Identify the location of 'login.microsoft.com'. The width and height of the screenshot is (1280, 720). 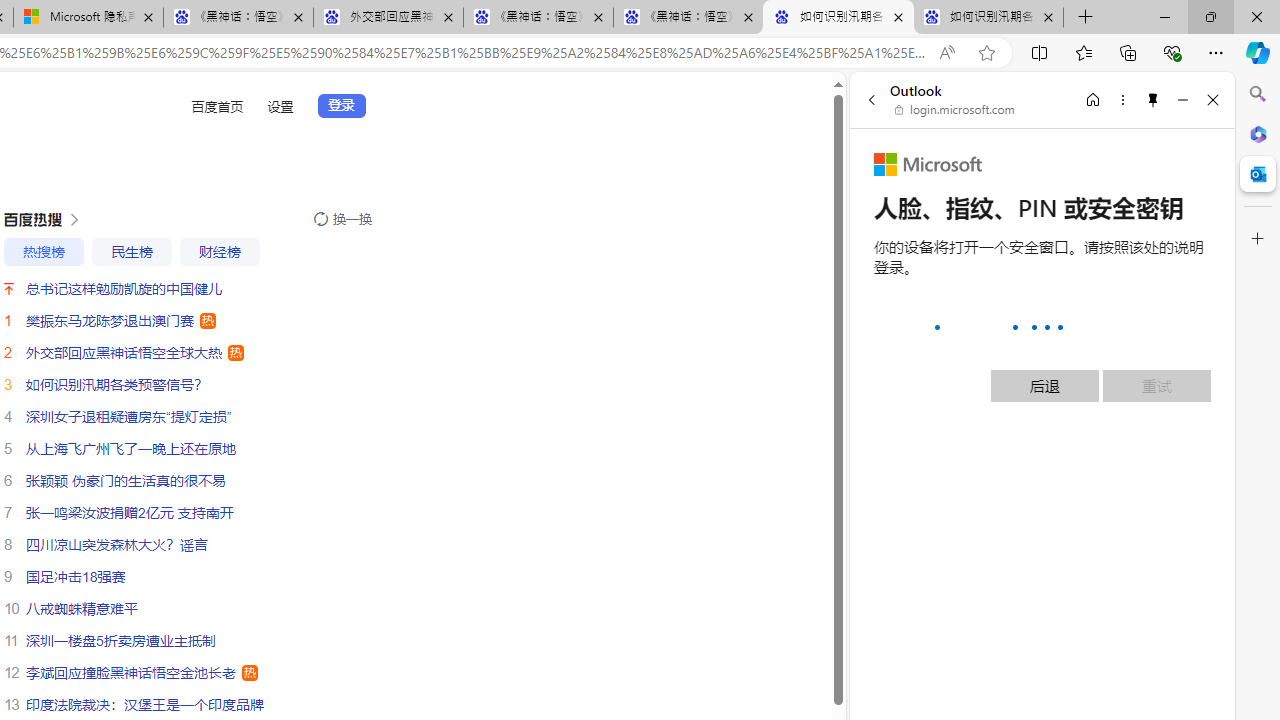
(954, 110).